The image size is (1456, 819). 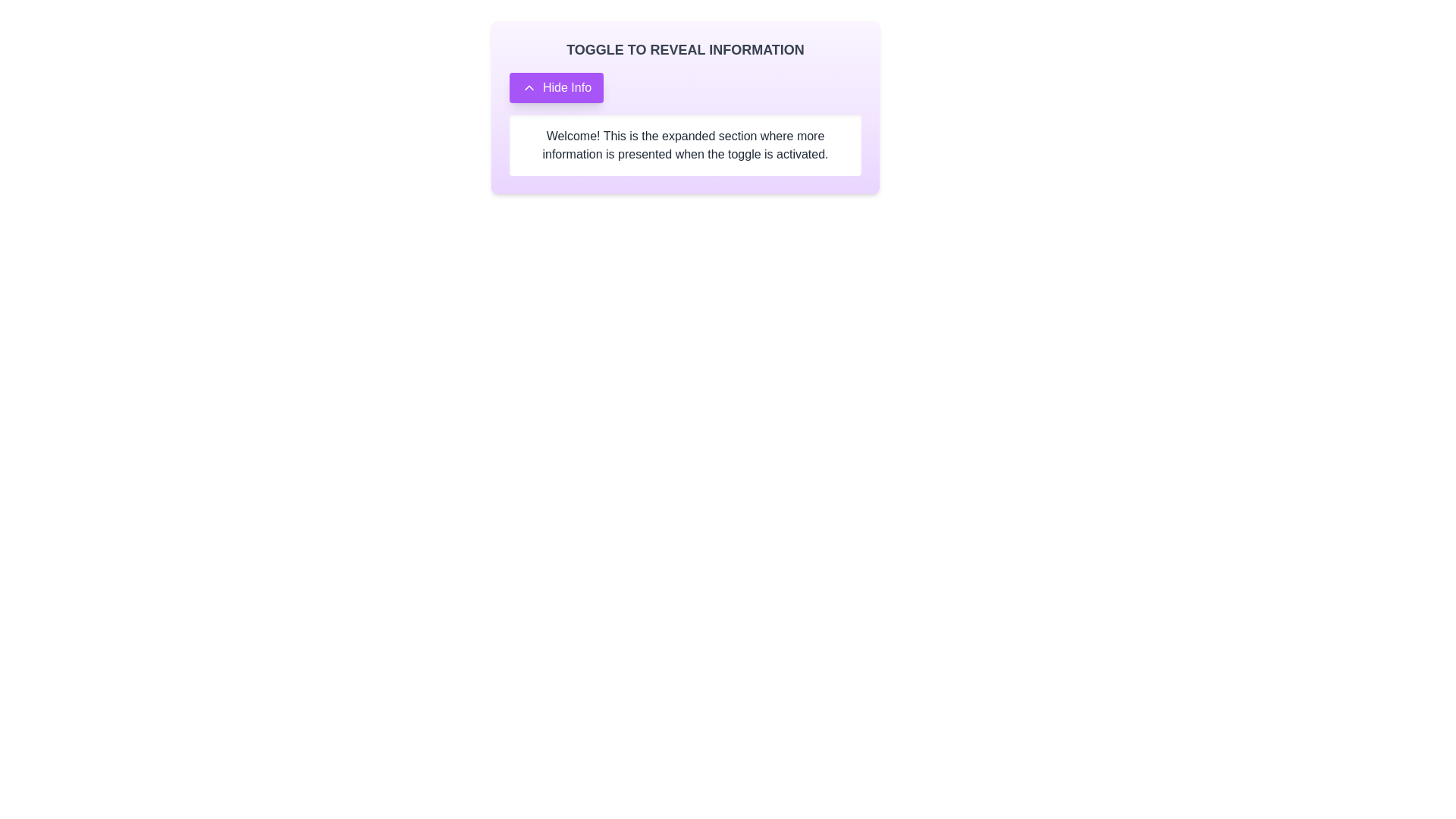 I want to click on the upward-pointing chevron icon located to the left of the 'Hide Info' button, so click(x=529, y=87).